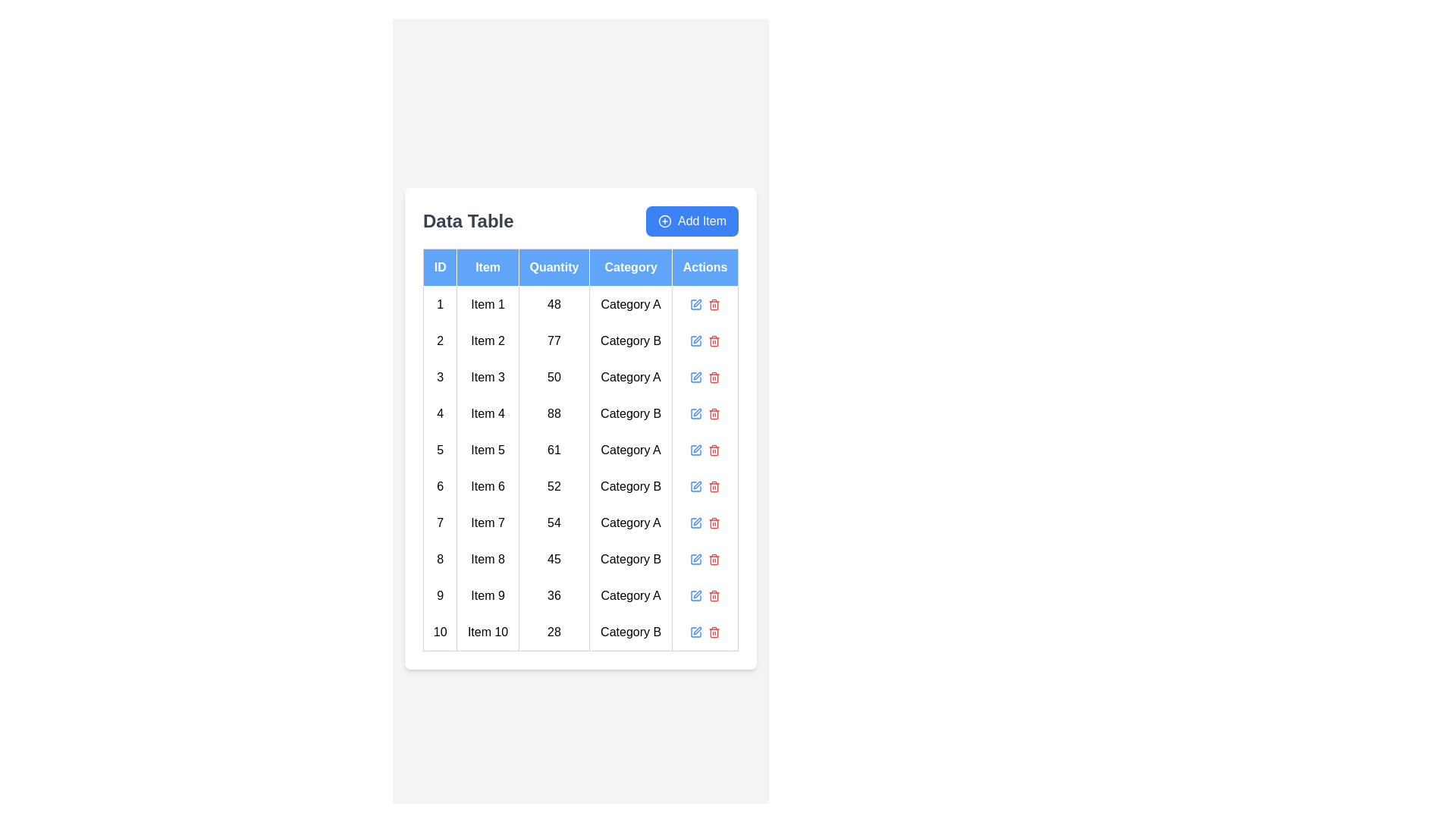 The width and height of the screenshot is (1456, 819). I want to click on the blue icon in the Horizontal button group for the first row of the data table, so click(704, 304).